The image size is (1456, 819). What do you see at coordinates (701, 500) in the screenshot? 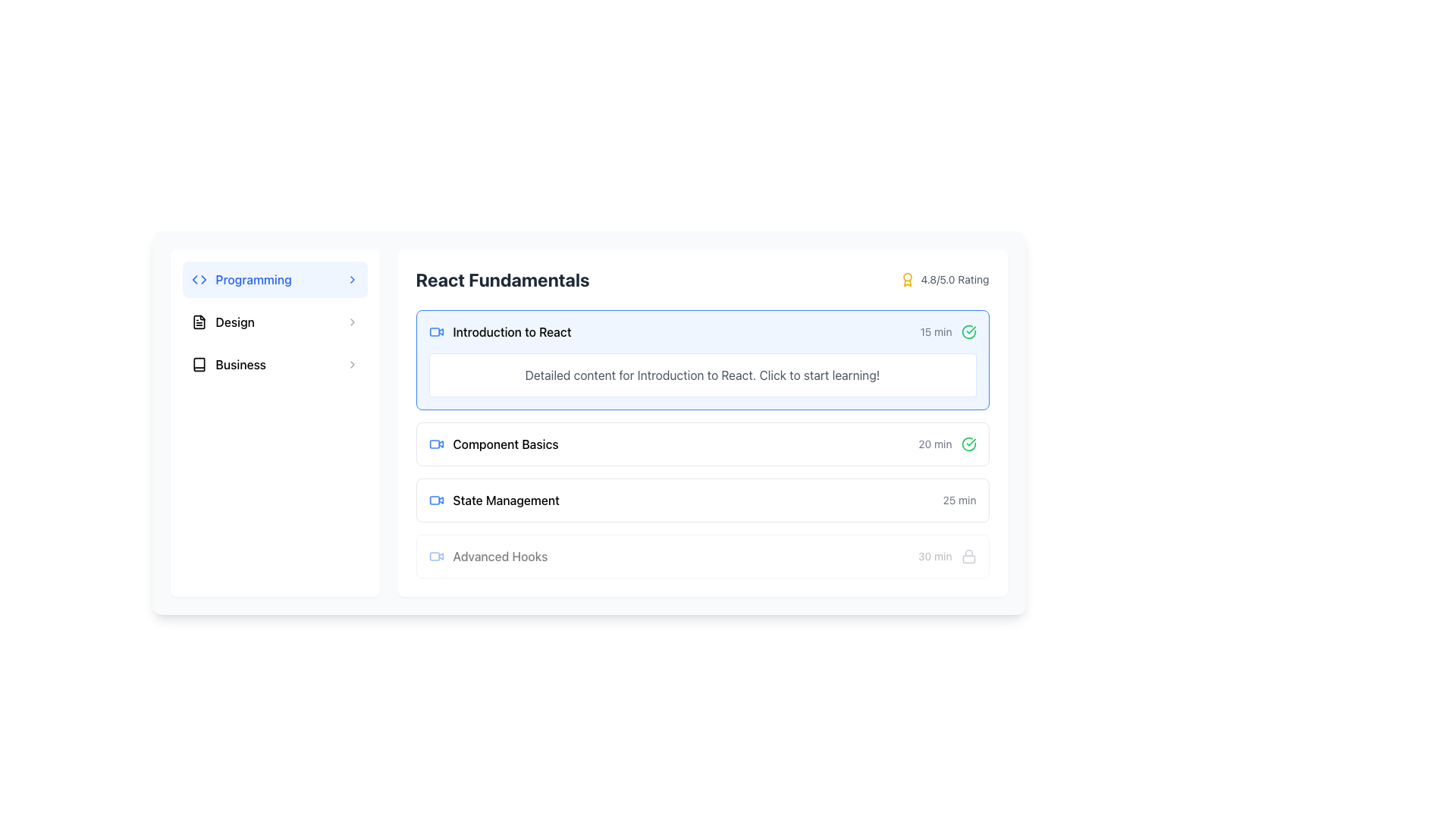
I see `to select the educational module titled 'State Management', which is the second item in the 'React Fundamentals' section, positioned between 'Component Basics' and 'Advanced Hooks'` at bounding box center [701, 500].